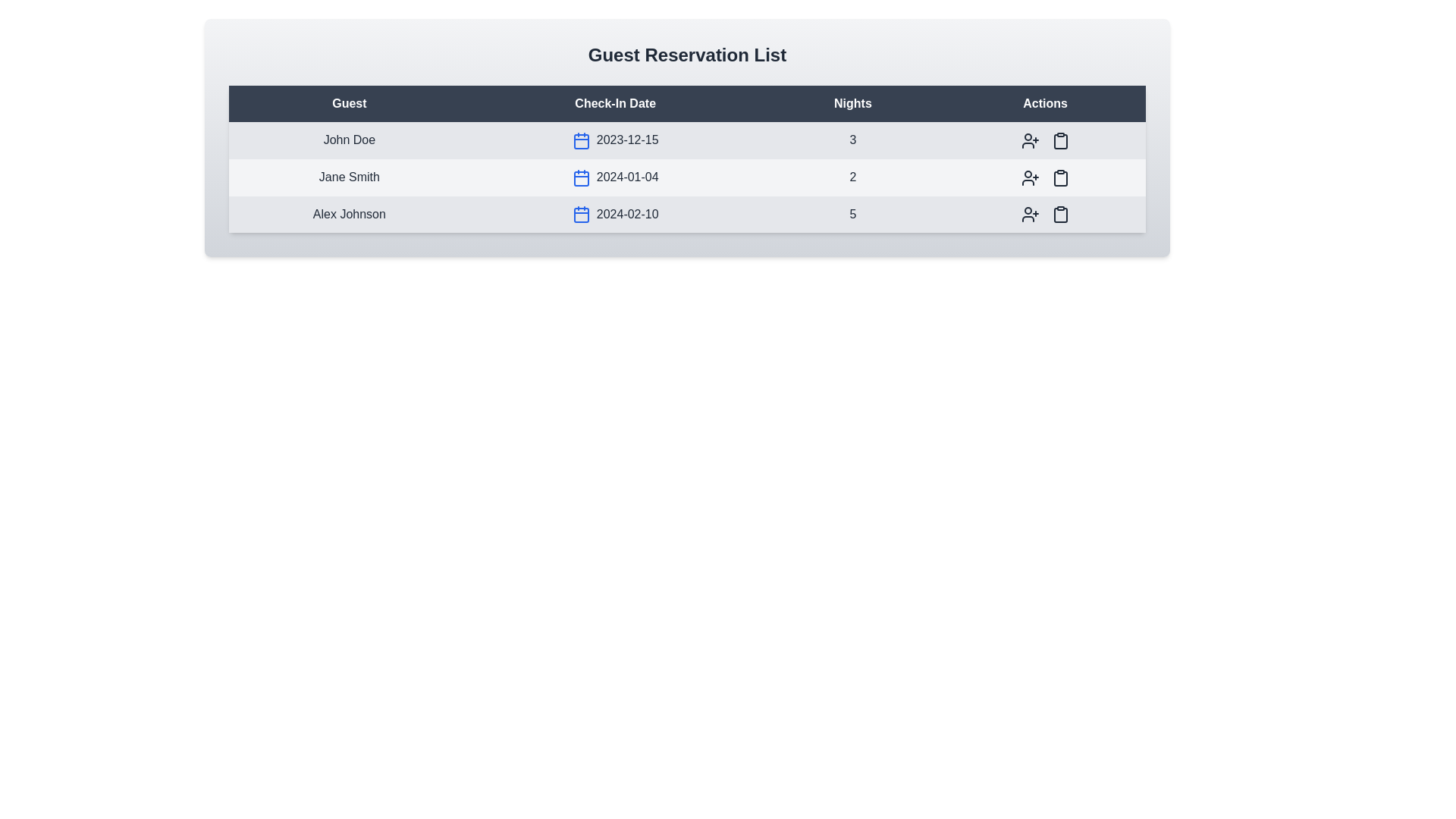 The image size is (1456, 819). Describe the element at coordinates (1059, 177) in the screenshot. I see `the clipboard icon button in the second row of the table for 'Jane Smith'` at that location.